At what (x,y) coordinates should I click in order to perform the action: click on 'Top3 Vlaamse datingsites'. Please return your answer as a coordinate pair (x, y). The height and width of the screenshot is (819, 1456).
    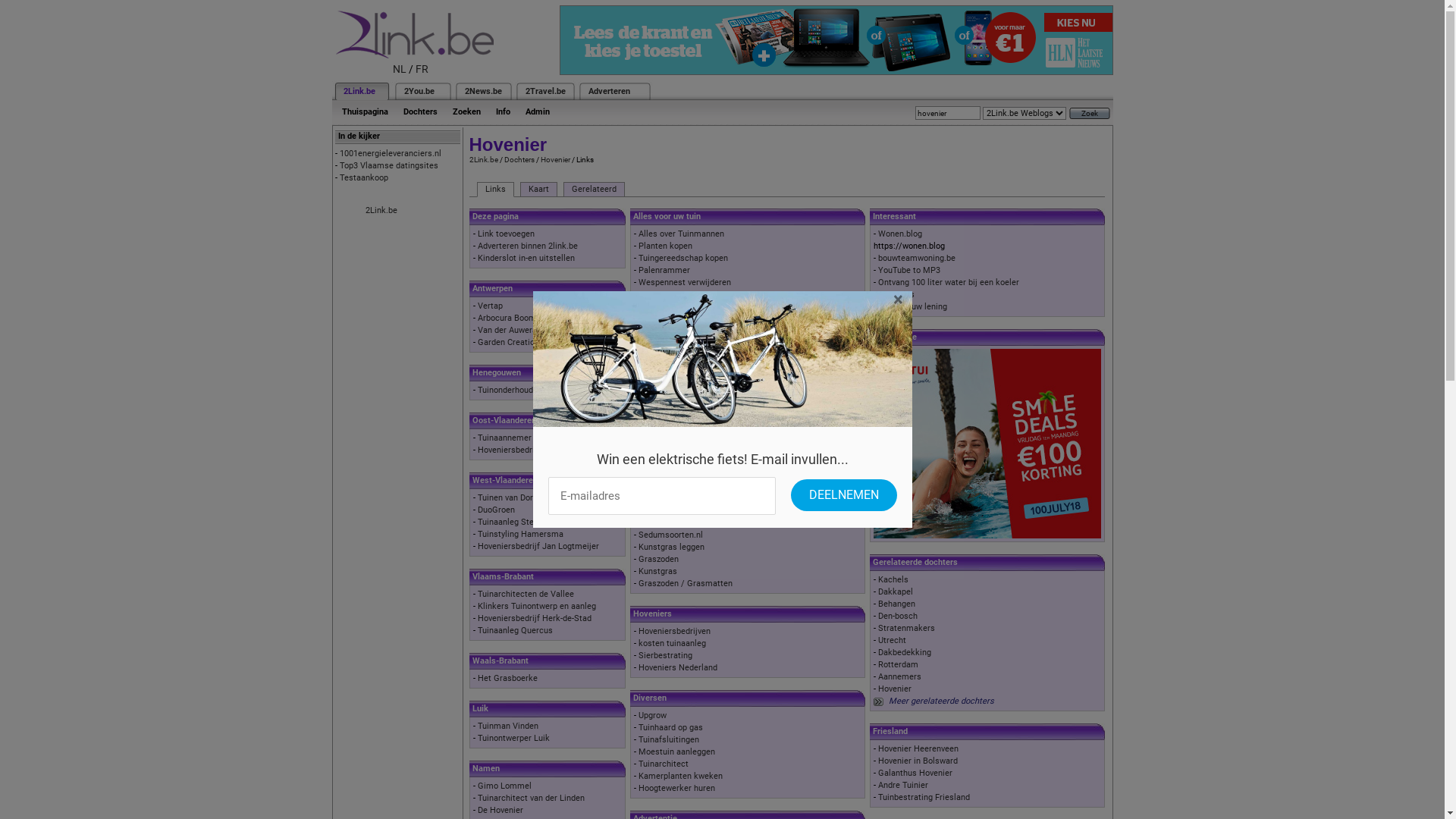
    Looking at the image, I should click on (389, 165).